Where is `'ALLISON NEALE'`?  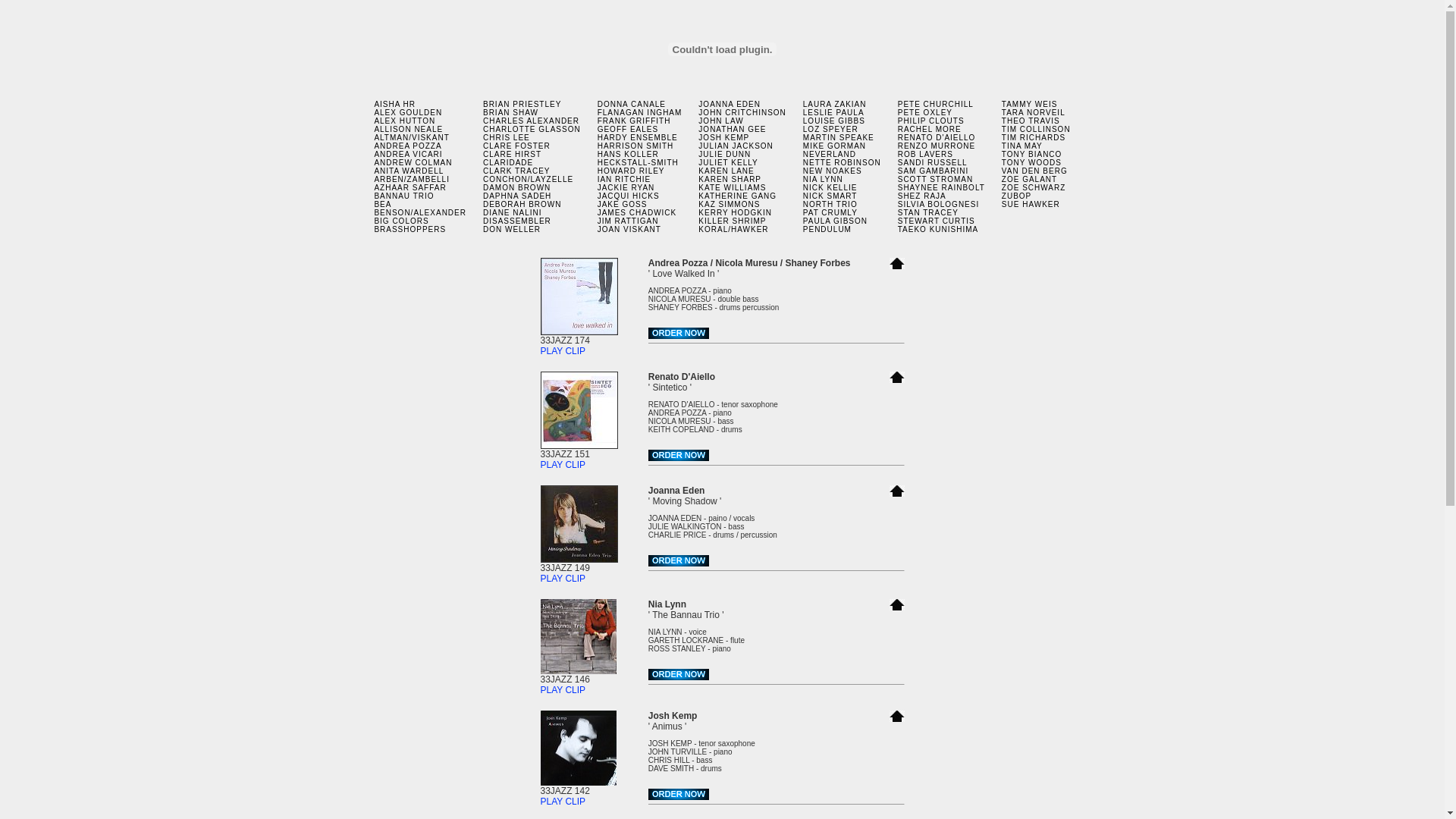 'ALLISON NEALE' is located at coordinates (408, 128).